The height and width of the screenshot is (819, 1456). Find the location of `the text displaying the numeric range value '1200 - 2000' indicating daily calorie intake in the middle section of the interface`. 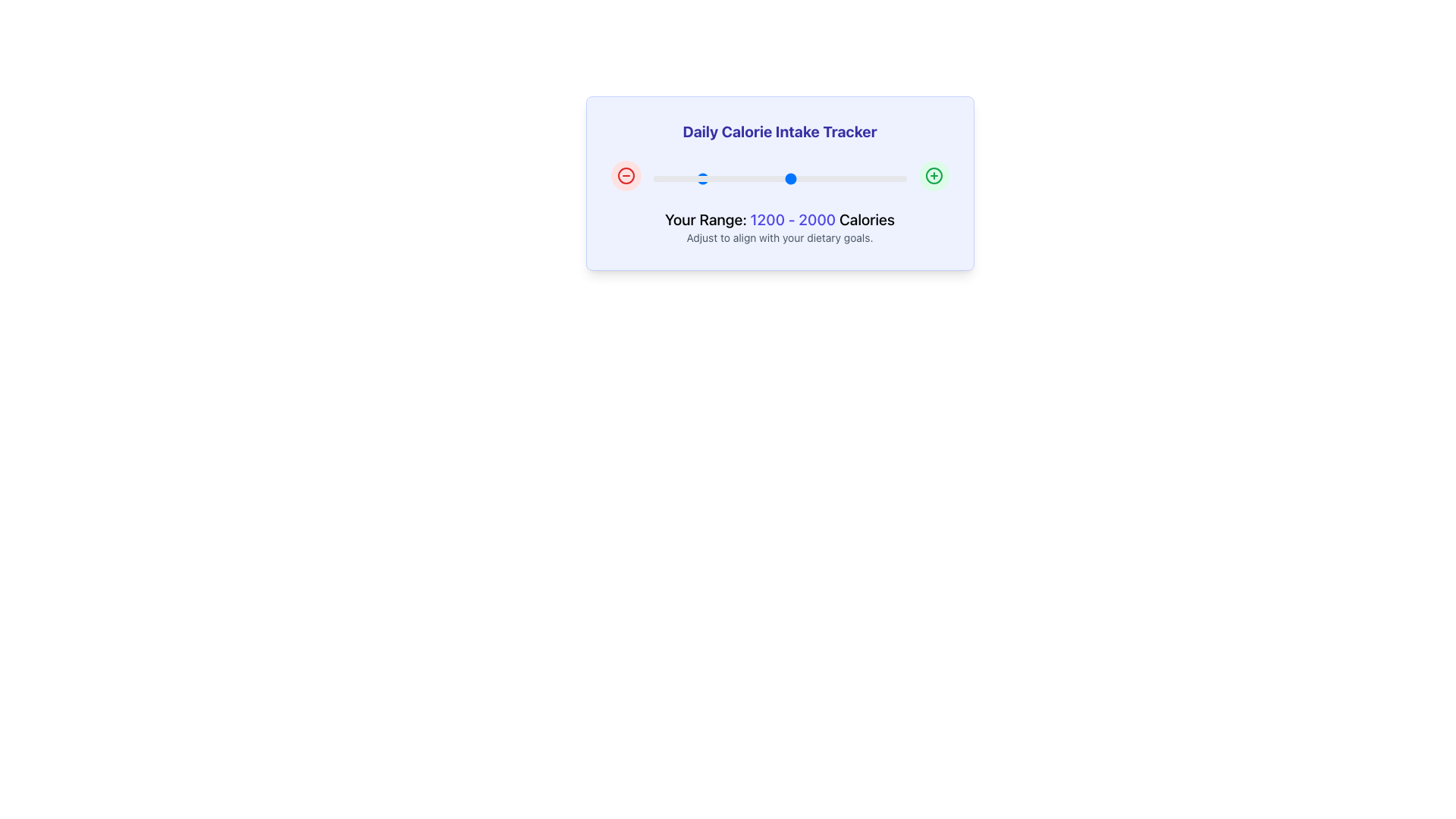

the text displaying the numeric range value '1200 - 2000' indicating daily calorie intake in the middle section of the interface is located at coordinates (792, 219).